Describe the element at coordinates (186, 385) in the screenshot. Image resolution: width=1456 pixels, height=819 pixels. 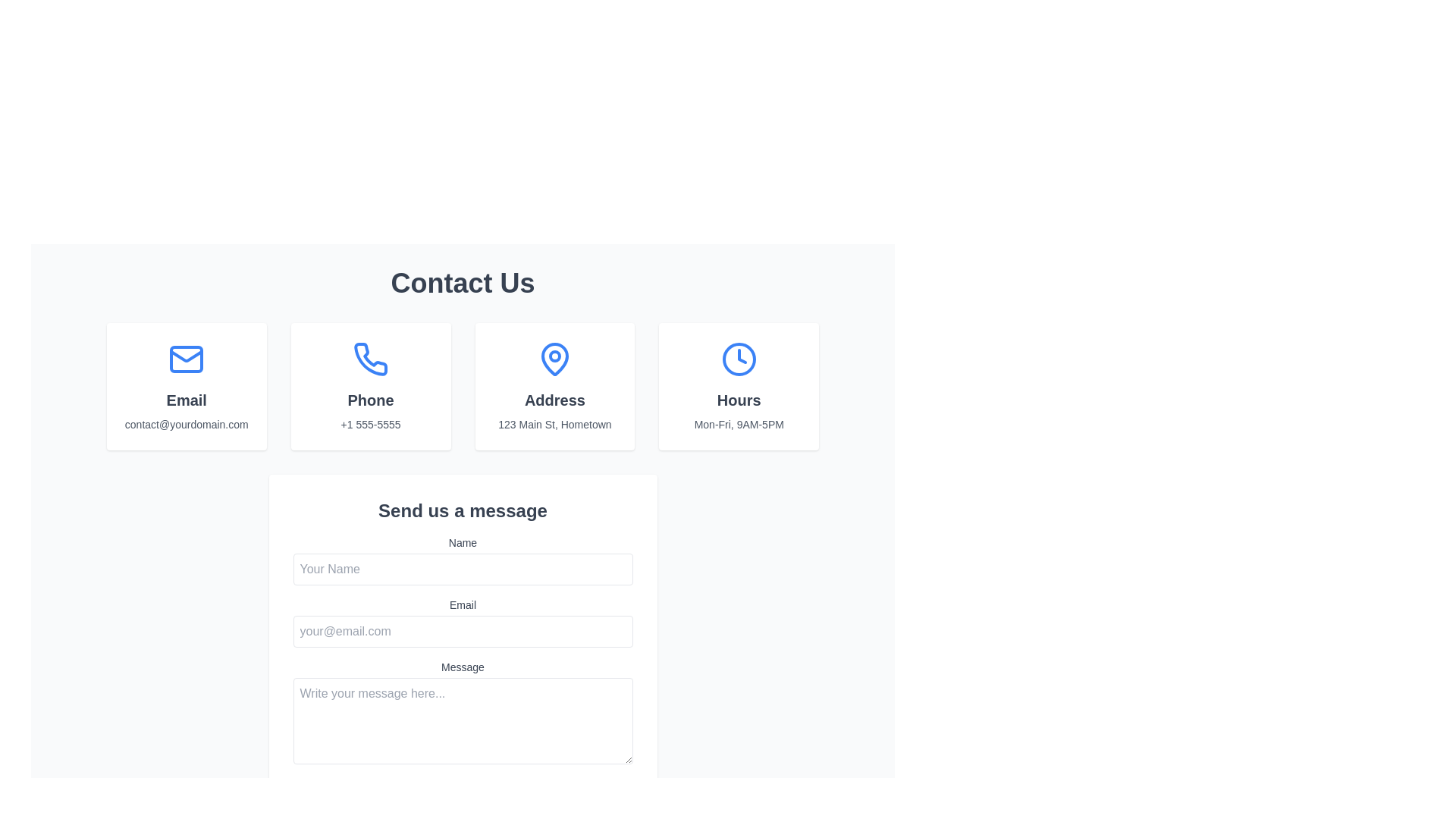
I see `email address displayed on the informational card located in the first column of the grid layout, specifically positioned in the top-left corner` at that location.